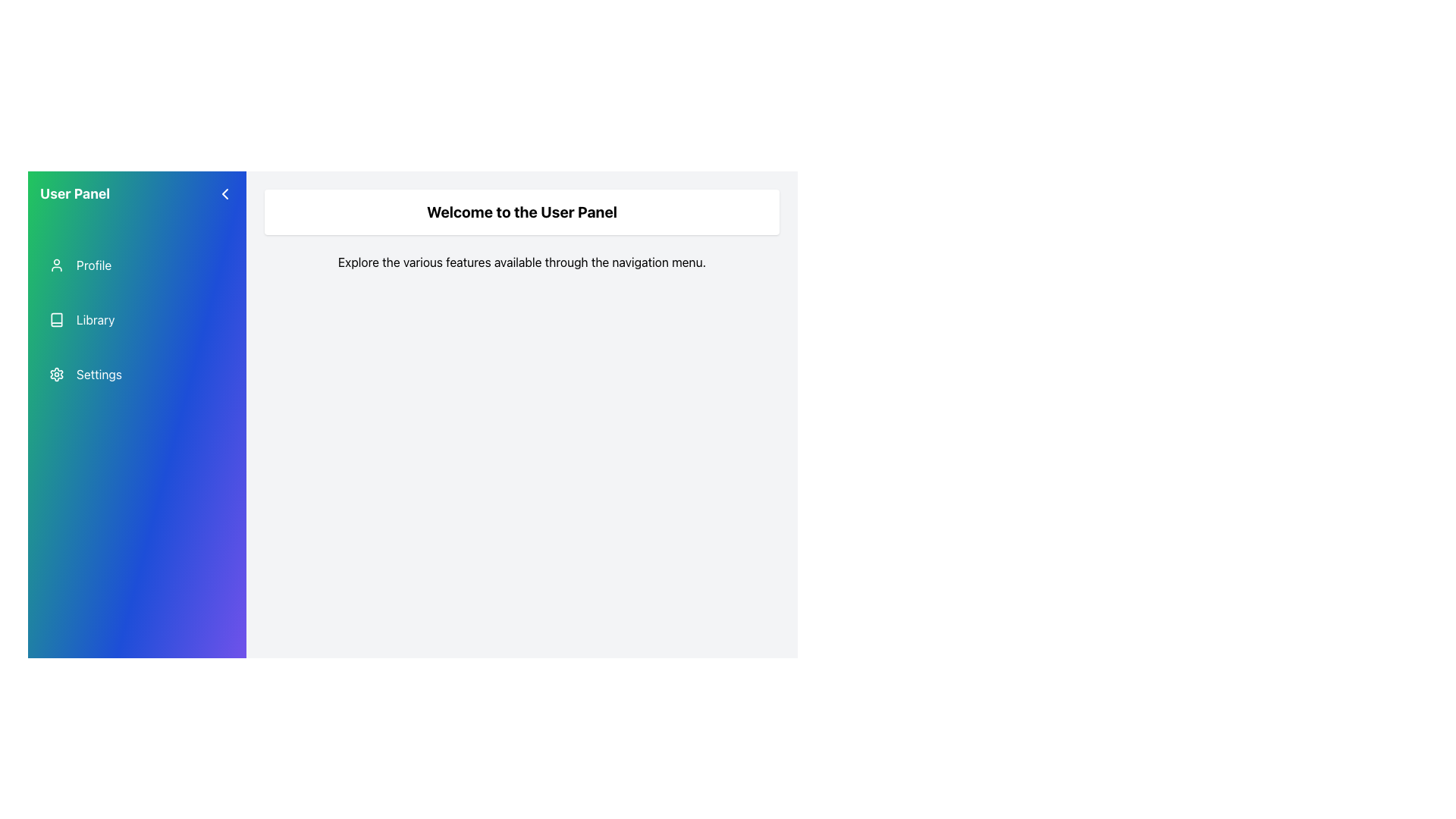 The width and height of the screenshot is (1456, 819). What do you see at coordinates (137, 304) in the screenshot?
I see `the 'Library' navigation menu item in the User Panel side panel` at bounding box center [137, 304].